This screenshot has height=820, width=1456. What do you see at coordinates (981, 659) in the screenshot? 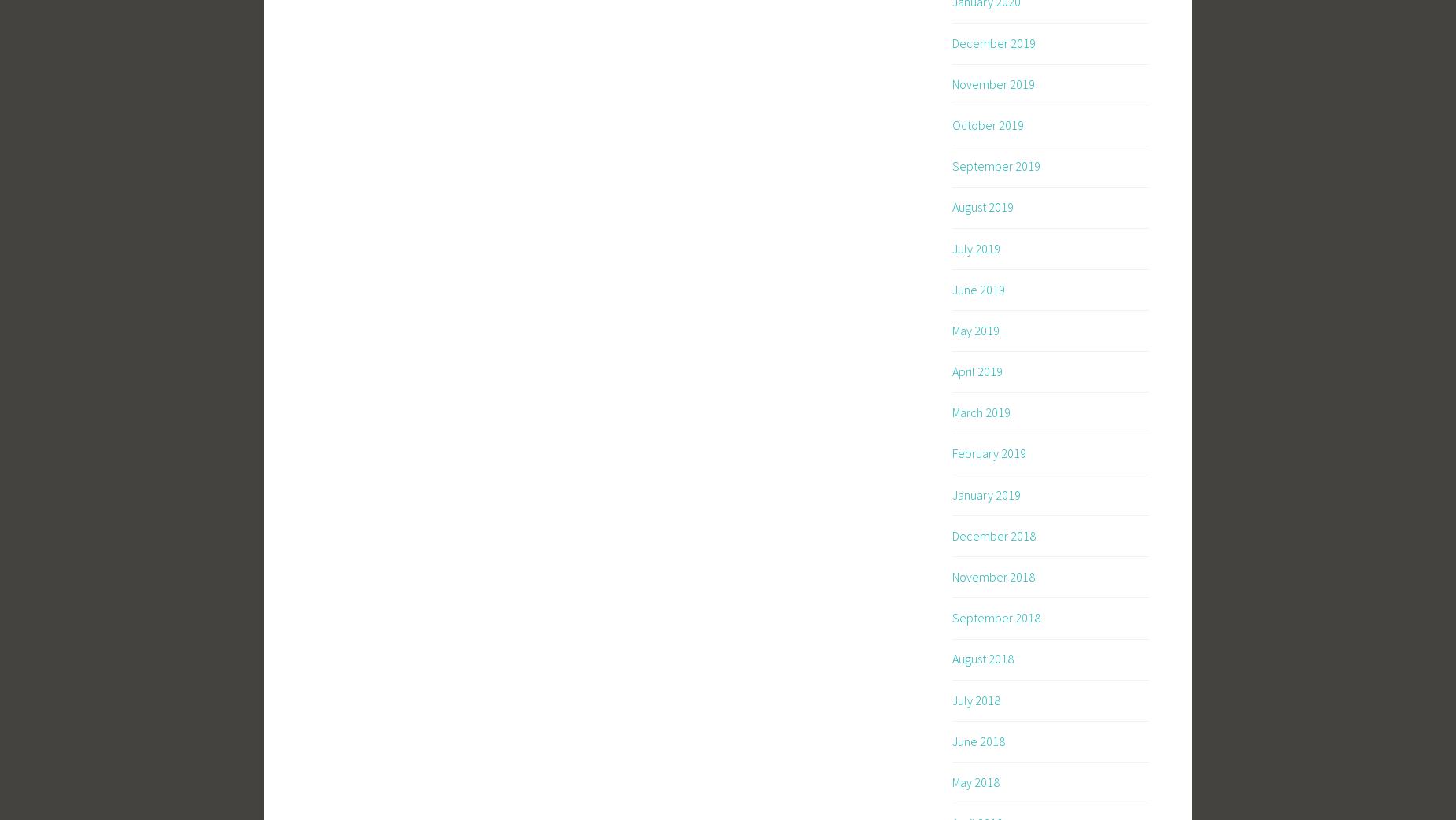
I see `'August 2018'` at bounding box center [981, 659].